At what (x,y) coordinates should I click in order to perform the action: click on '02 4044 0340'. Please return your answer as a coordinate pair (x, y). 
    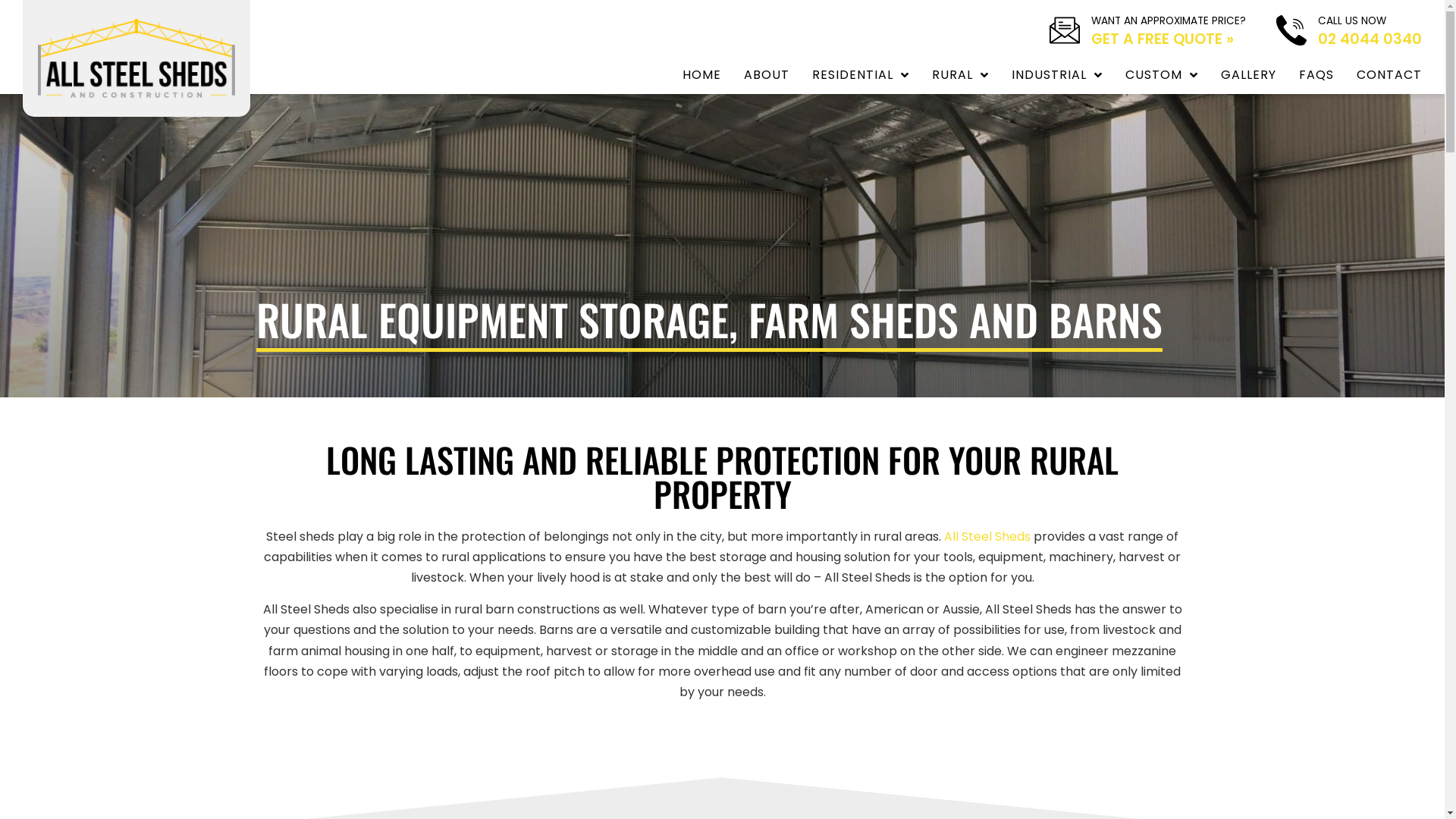
    Looking at the image, I should click on (1370, 38).